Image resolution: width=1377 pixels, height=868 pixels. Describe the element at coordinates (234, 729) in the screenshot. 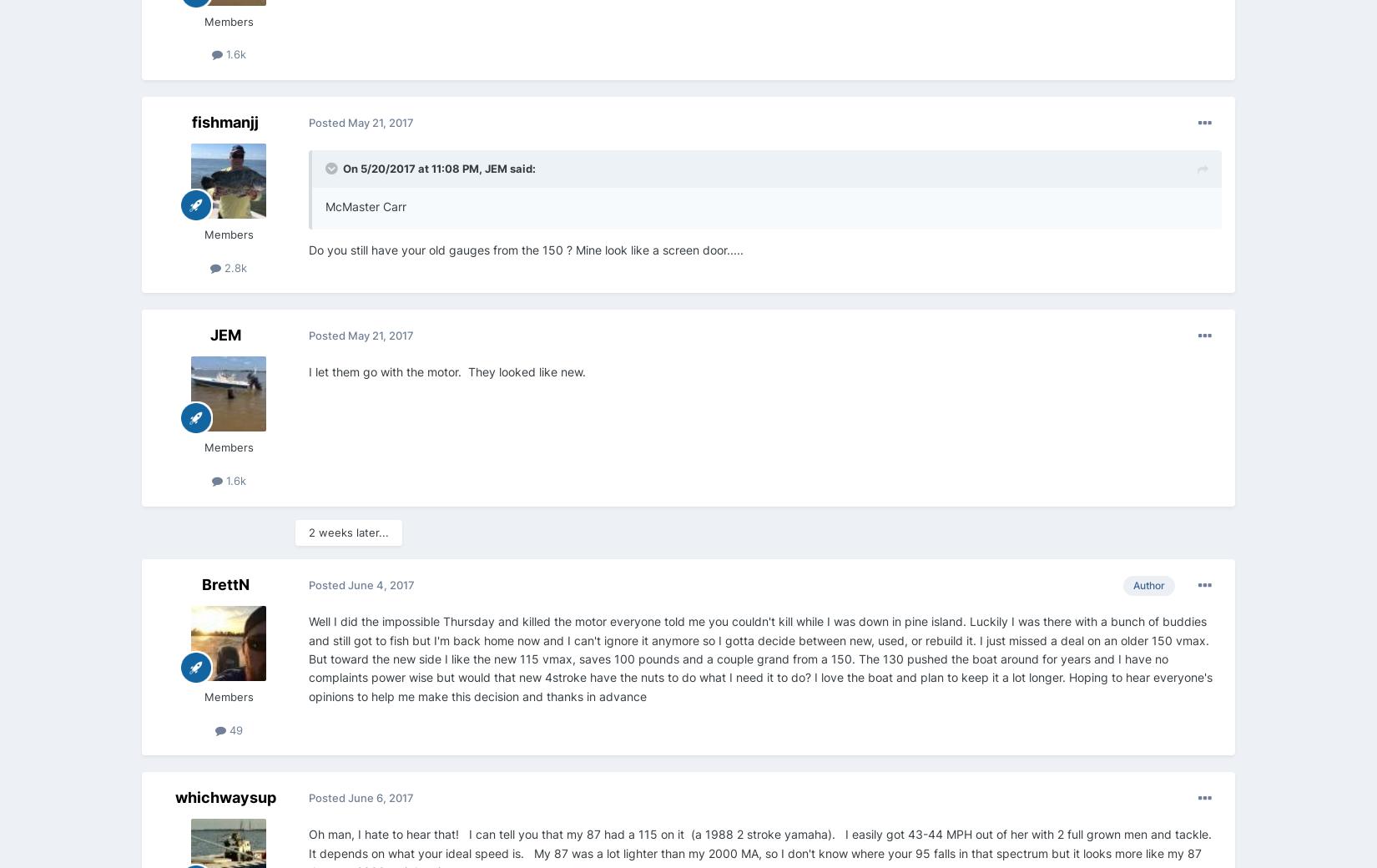

I see `'49'` at that location.